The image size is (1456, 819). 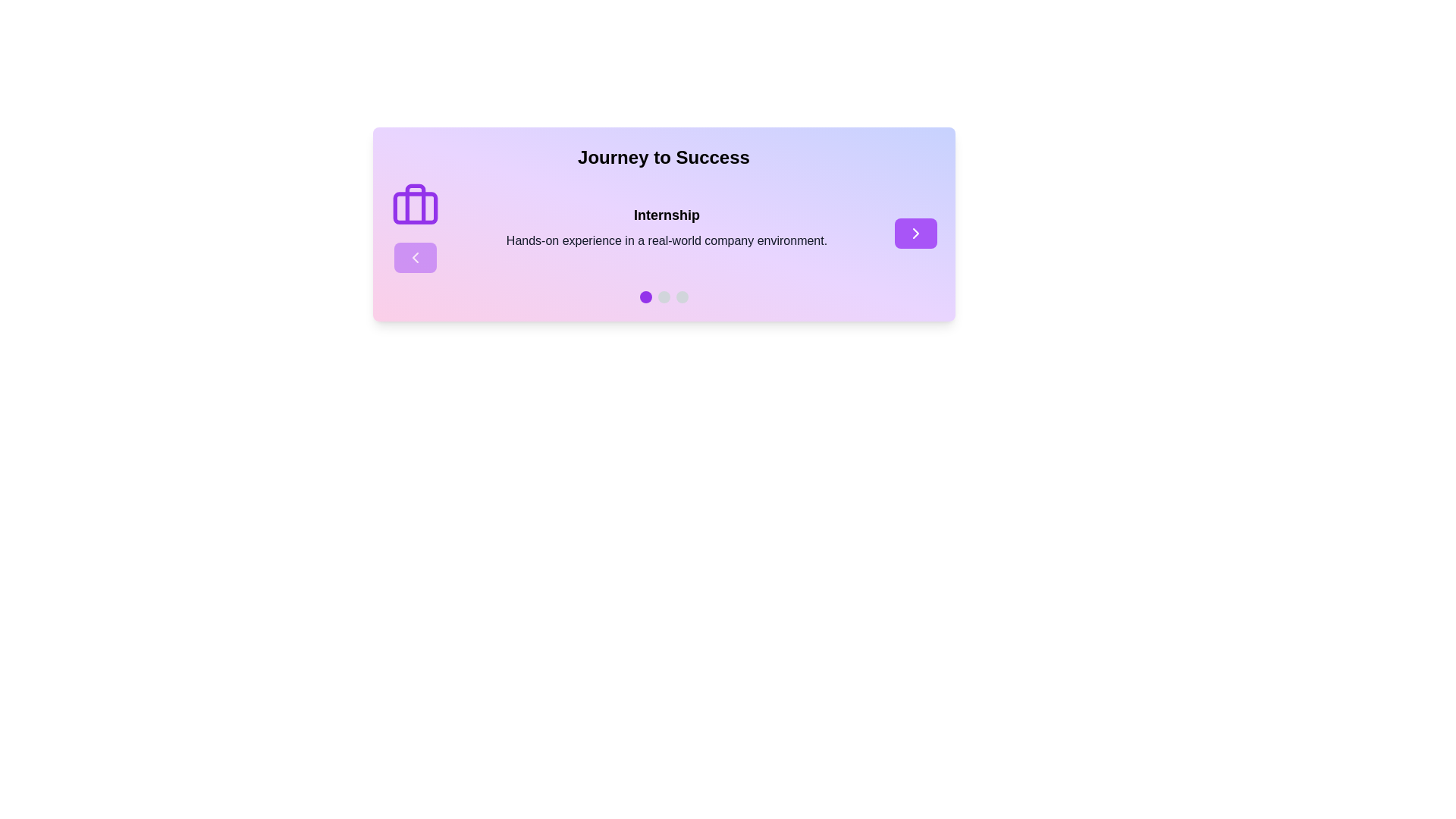 I want to click on the vertical rectangular handle element outlined in purple, located at the center of the briefcase icon on the left side of the card element, so click(x=415, y=203).